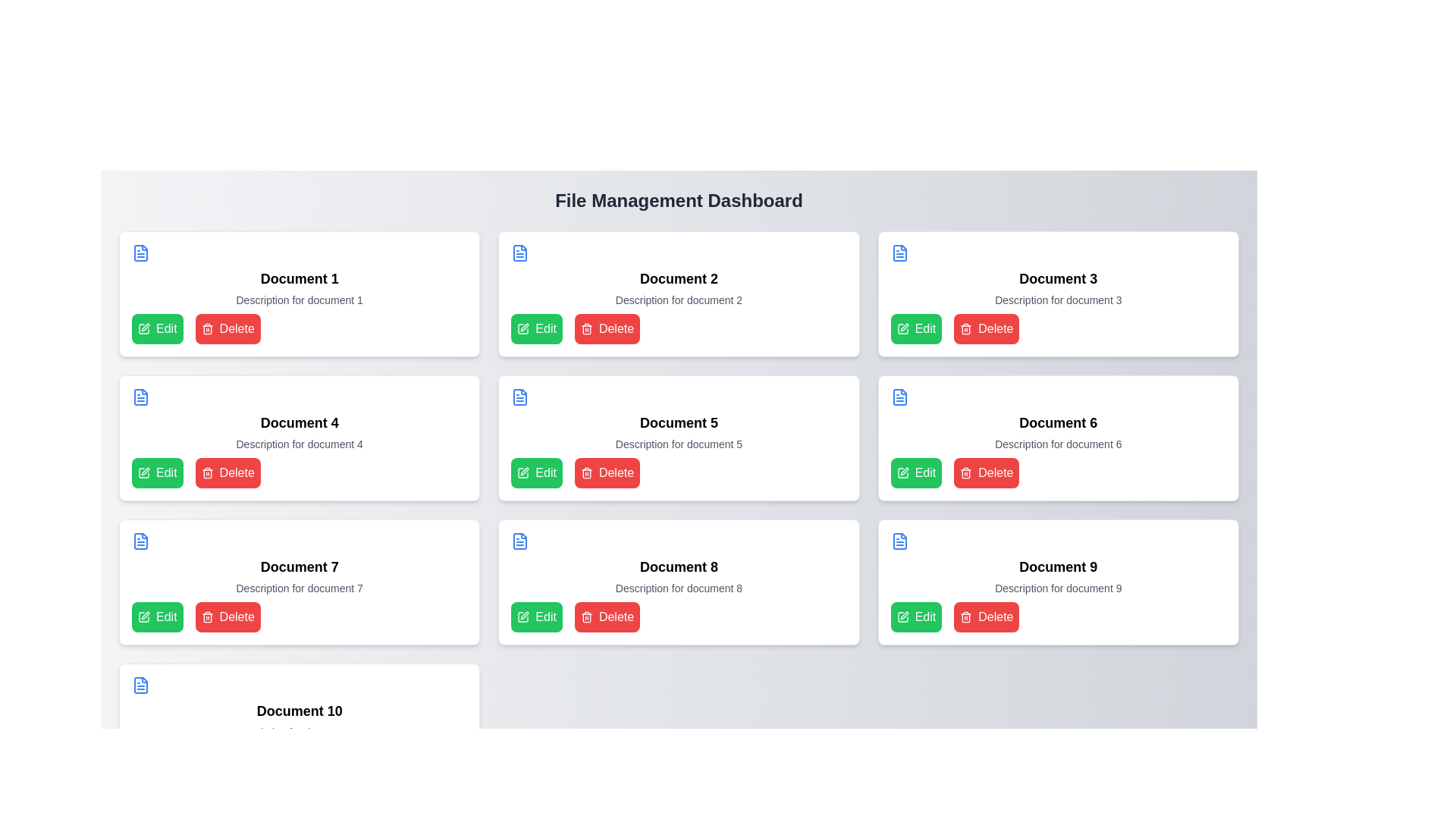  Describe the element at coordinates (227, 472) in the screenshot. I see `the red 'Delete' button with rounded edges containing white text for keyboard interaction` at that location.